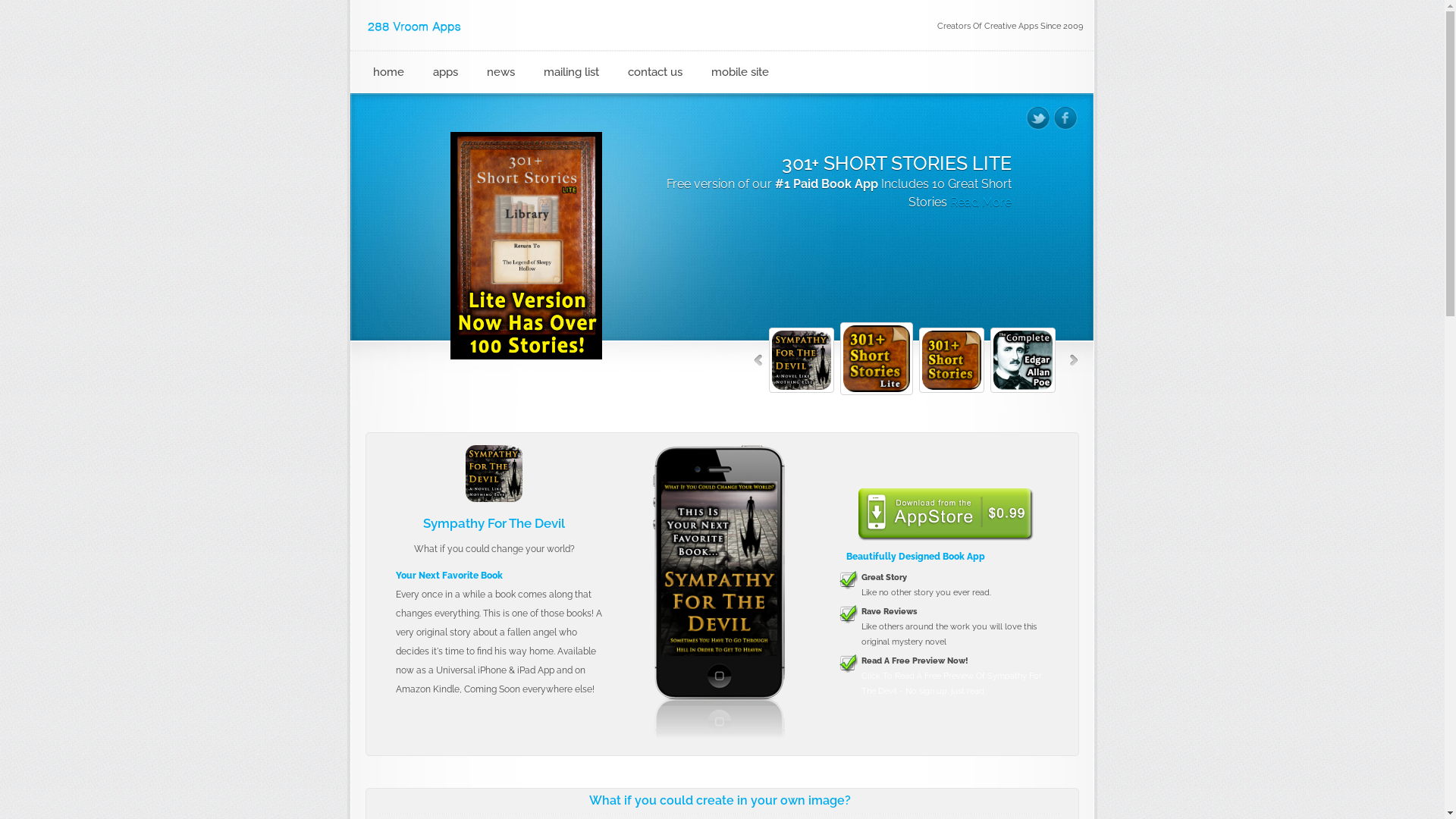 Image resolution: width=1456 pixels, height=819 pixels. What do you see at coordinates (704, 72) in the screenshot?
I see `'mobile site'` at bounding box center [704, 72].